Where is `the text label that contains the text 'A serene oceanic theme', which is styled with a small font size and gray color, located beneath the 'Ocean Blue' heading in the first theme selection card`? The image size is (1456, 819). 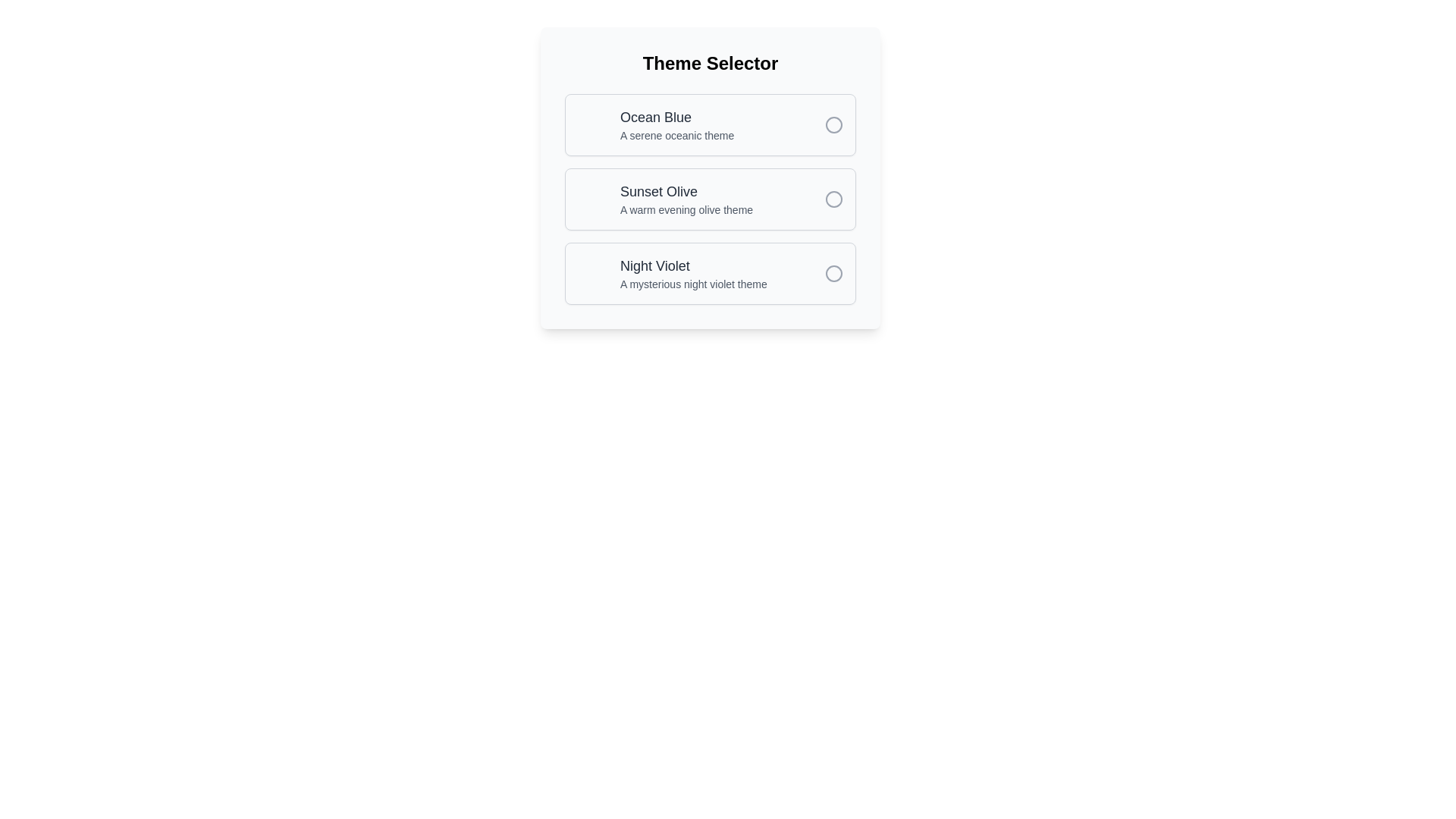 the text label that contains the text 'A serene oceanic theme', which is styled with a small font size and gray color, located beneath the 'Ocean Blue' heading in the first theme selection card is located at coordinates (676, 134).